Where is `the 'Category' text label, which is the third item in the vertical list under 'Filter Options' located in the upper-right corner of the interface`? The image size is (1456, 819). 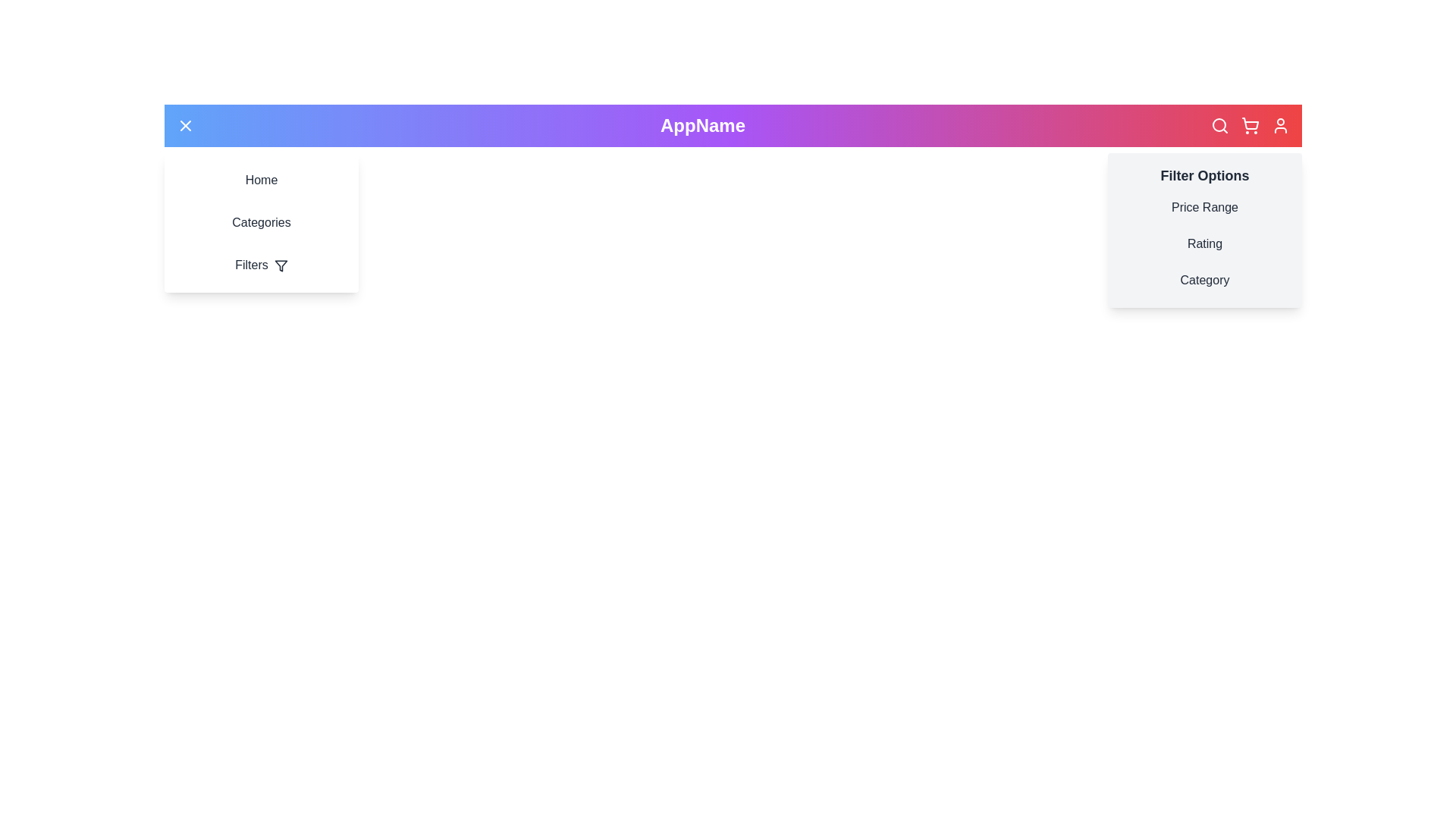
the 'Category' text label, which is the third item in the vertical list under 'Filter Options' located in the upper-right corner of the interface is located at coordinates (1203, 281).